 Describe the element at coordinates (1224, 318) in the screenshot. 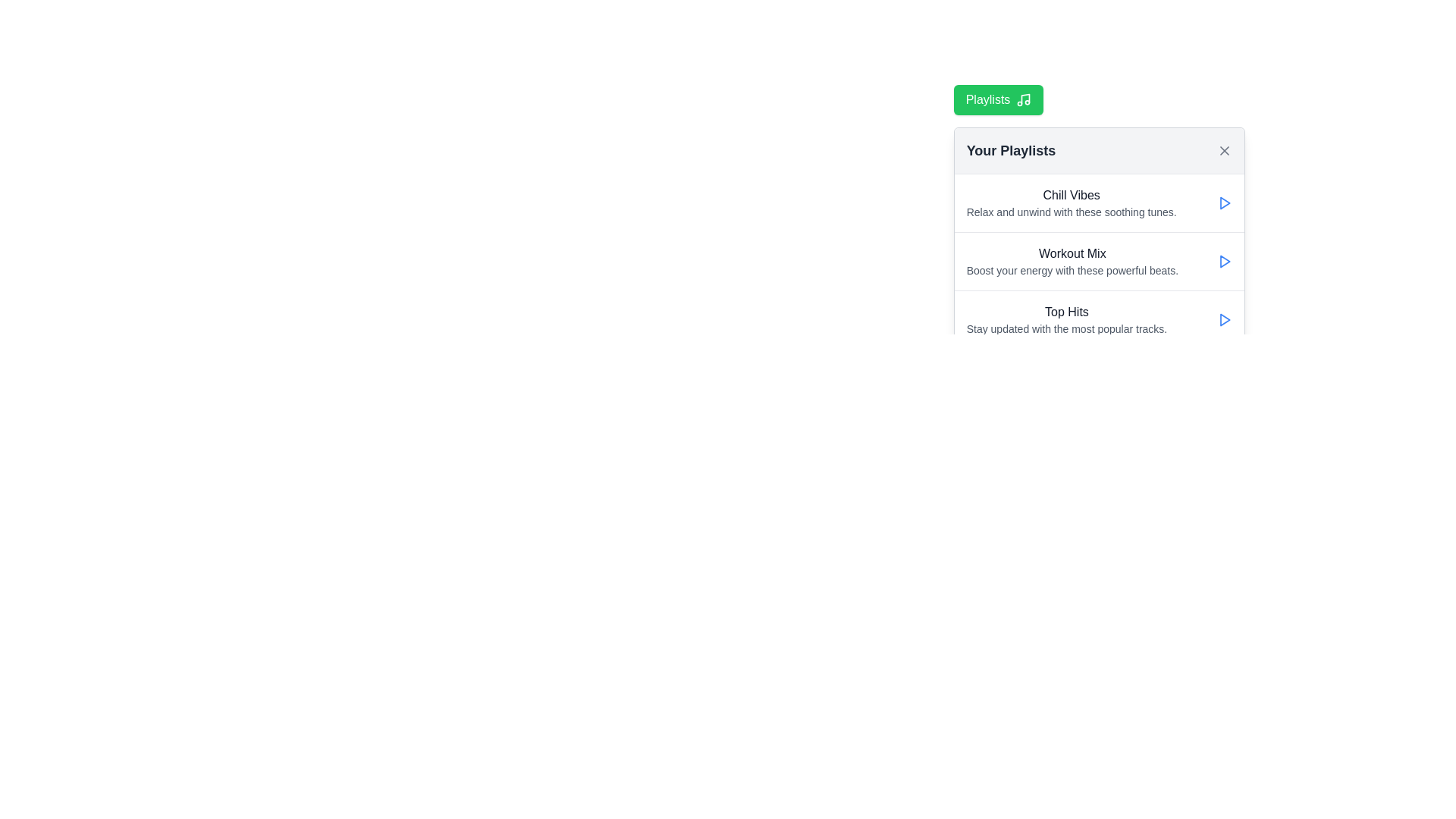

I see `the button located at the far-right end of the 'Top Hits' section in the playlist panel` at that location.